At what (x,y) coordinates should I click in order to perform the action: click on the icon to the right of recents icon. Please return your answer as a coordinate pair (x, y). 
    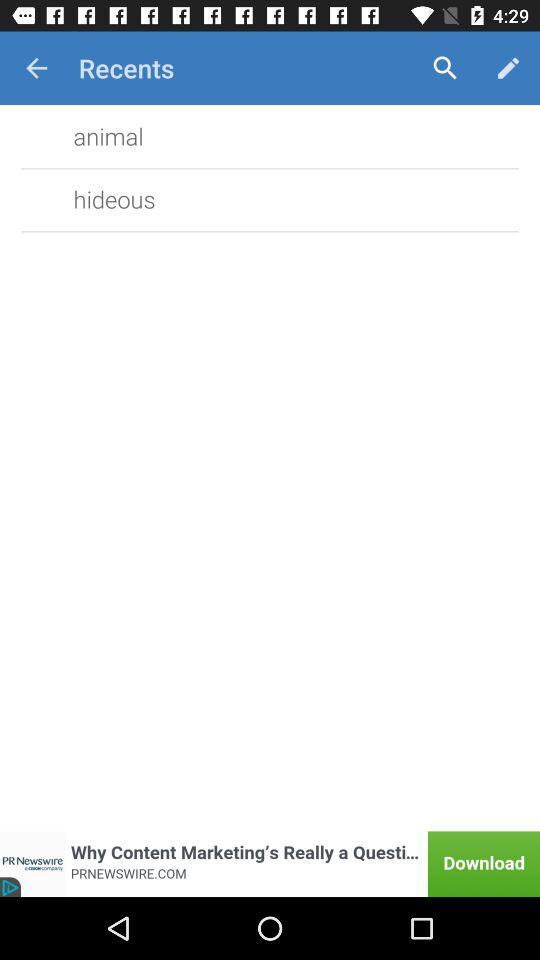
    Looking at the image, I should click on (445, 68).